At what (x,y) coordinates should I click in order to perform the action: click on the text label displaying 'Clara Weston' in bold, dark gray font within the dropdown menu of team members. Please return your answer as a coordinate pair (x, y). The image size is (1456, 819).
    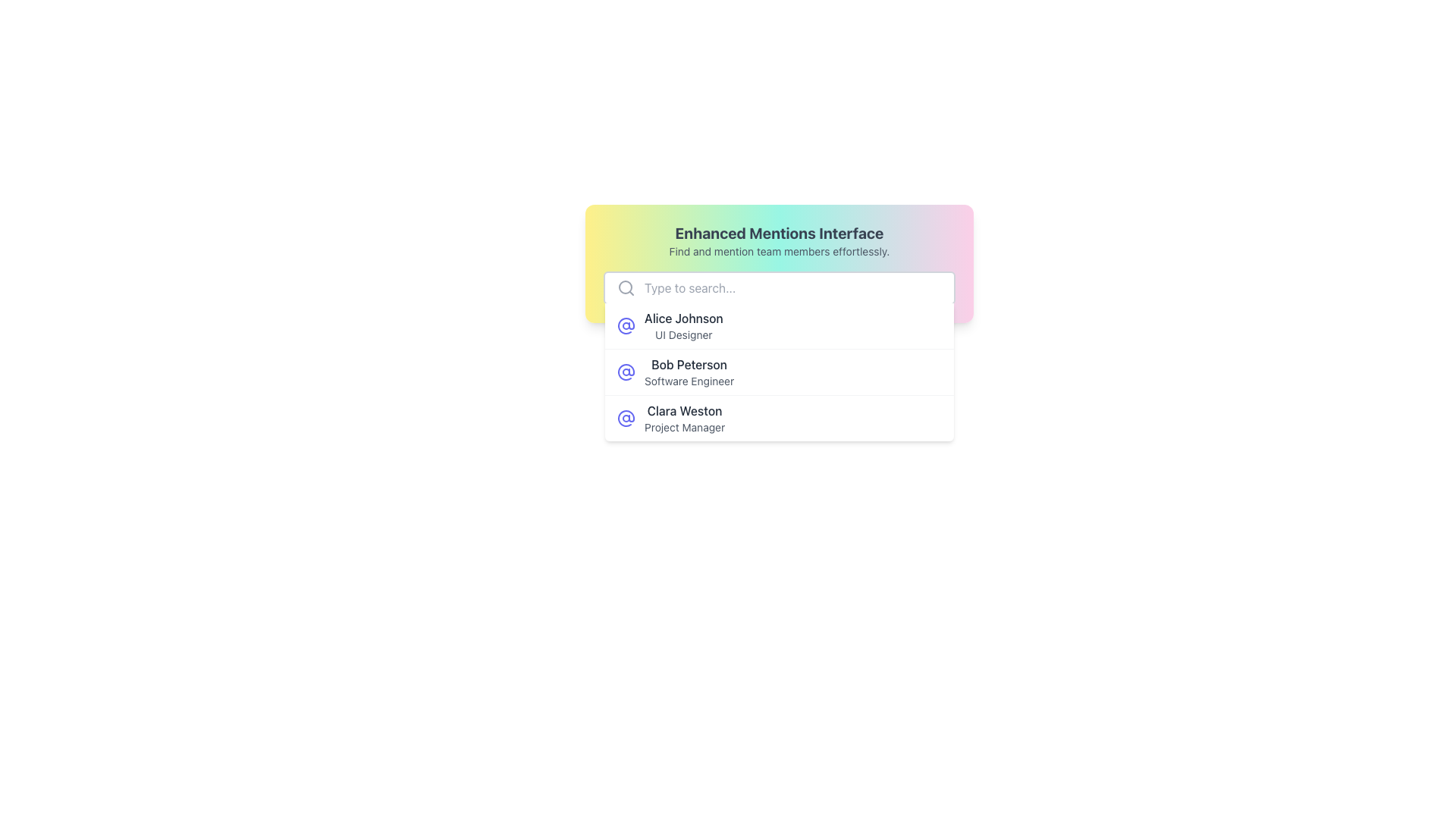
    Looking at the image, I should click on (684, 411).